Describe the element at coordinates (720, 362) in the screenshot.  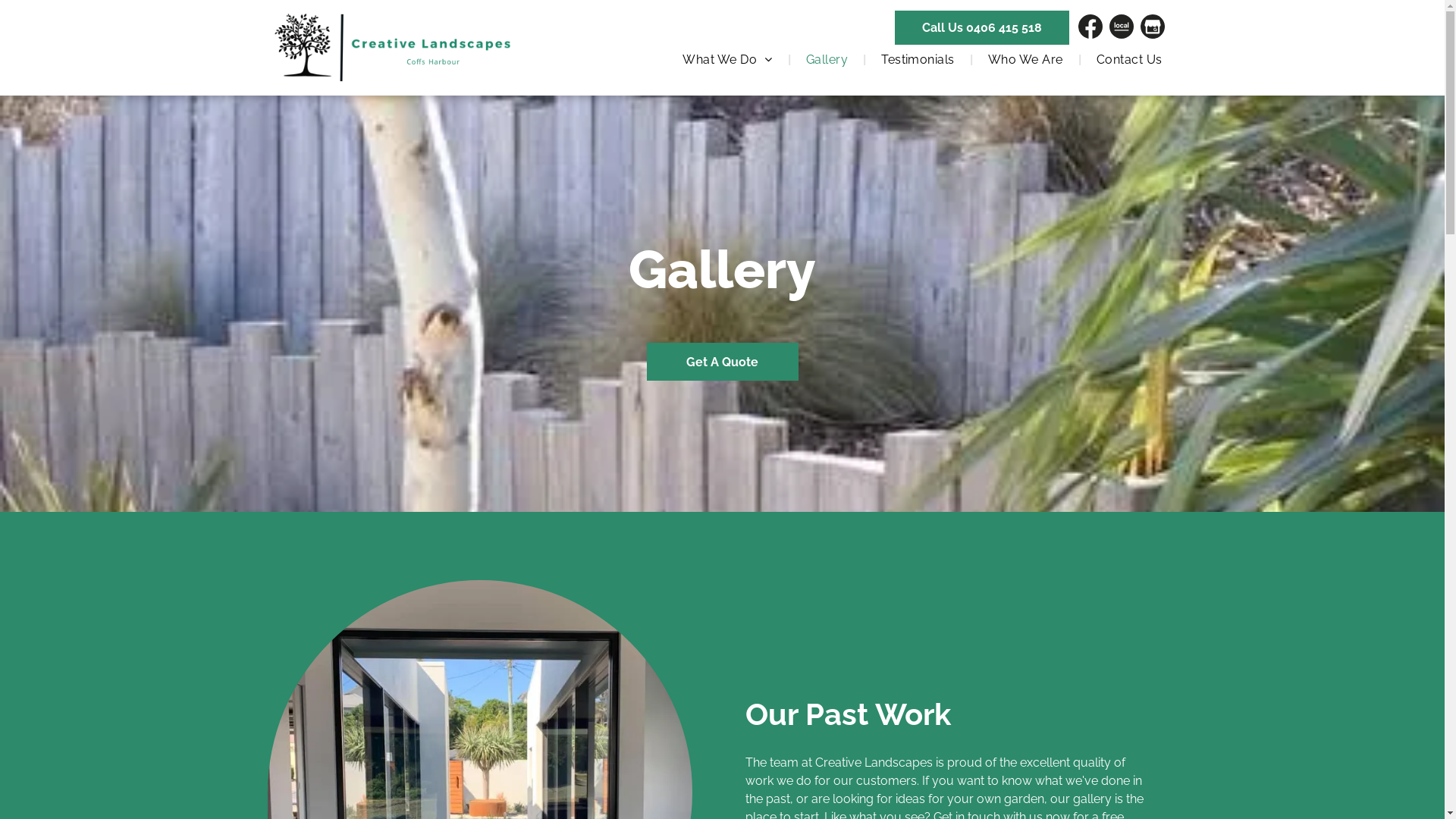
I see `'Get A Quote'` at that location.